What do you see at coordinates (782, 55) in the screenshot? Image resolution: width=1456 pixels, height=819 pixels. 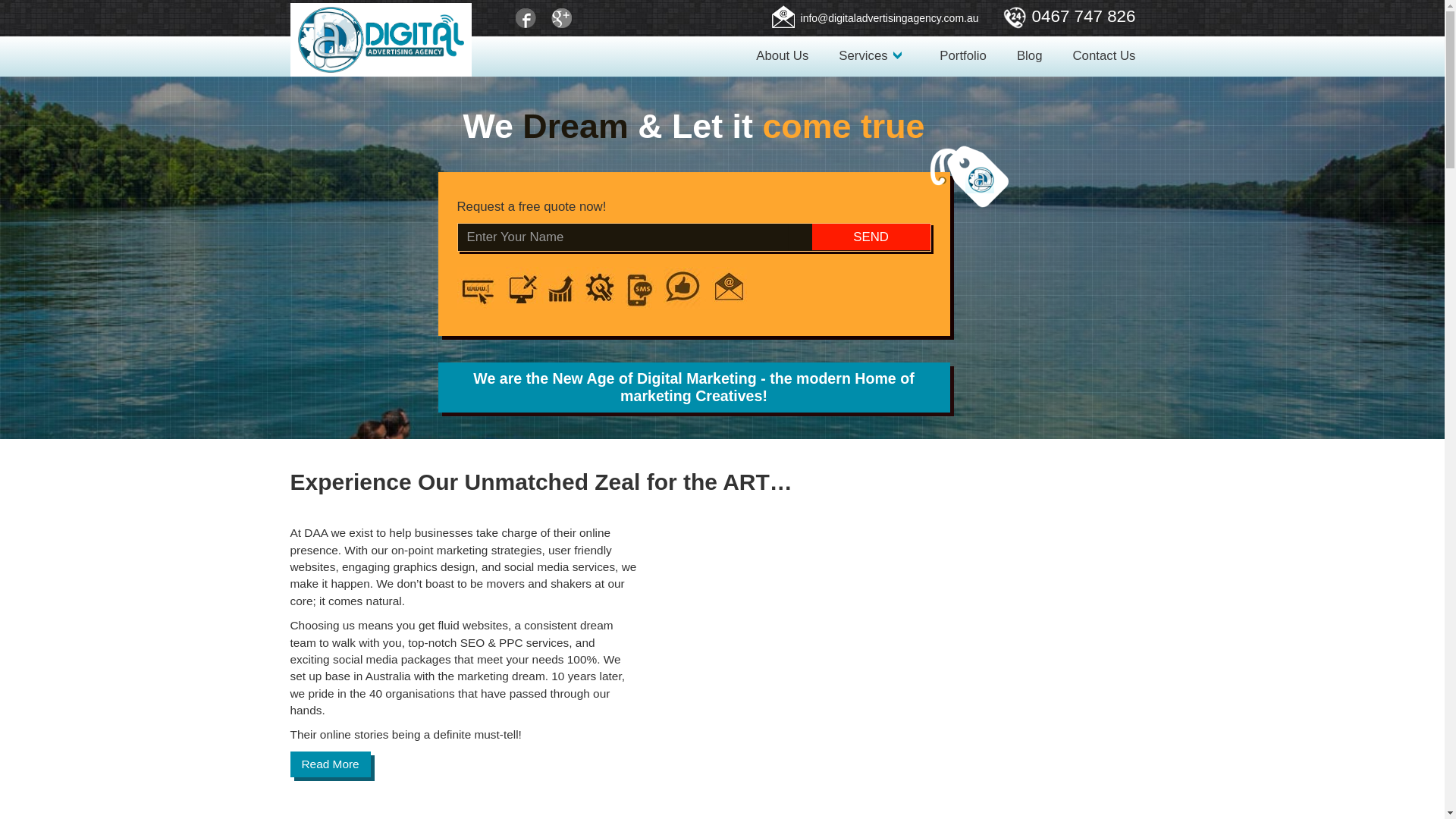 I see `'About Us'` at bounding box center [782, 55].